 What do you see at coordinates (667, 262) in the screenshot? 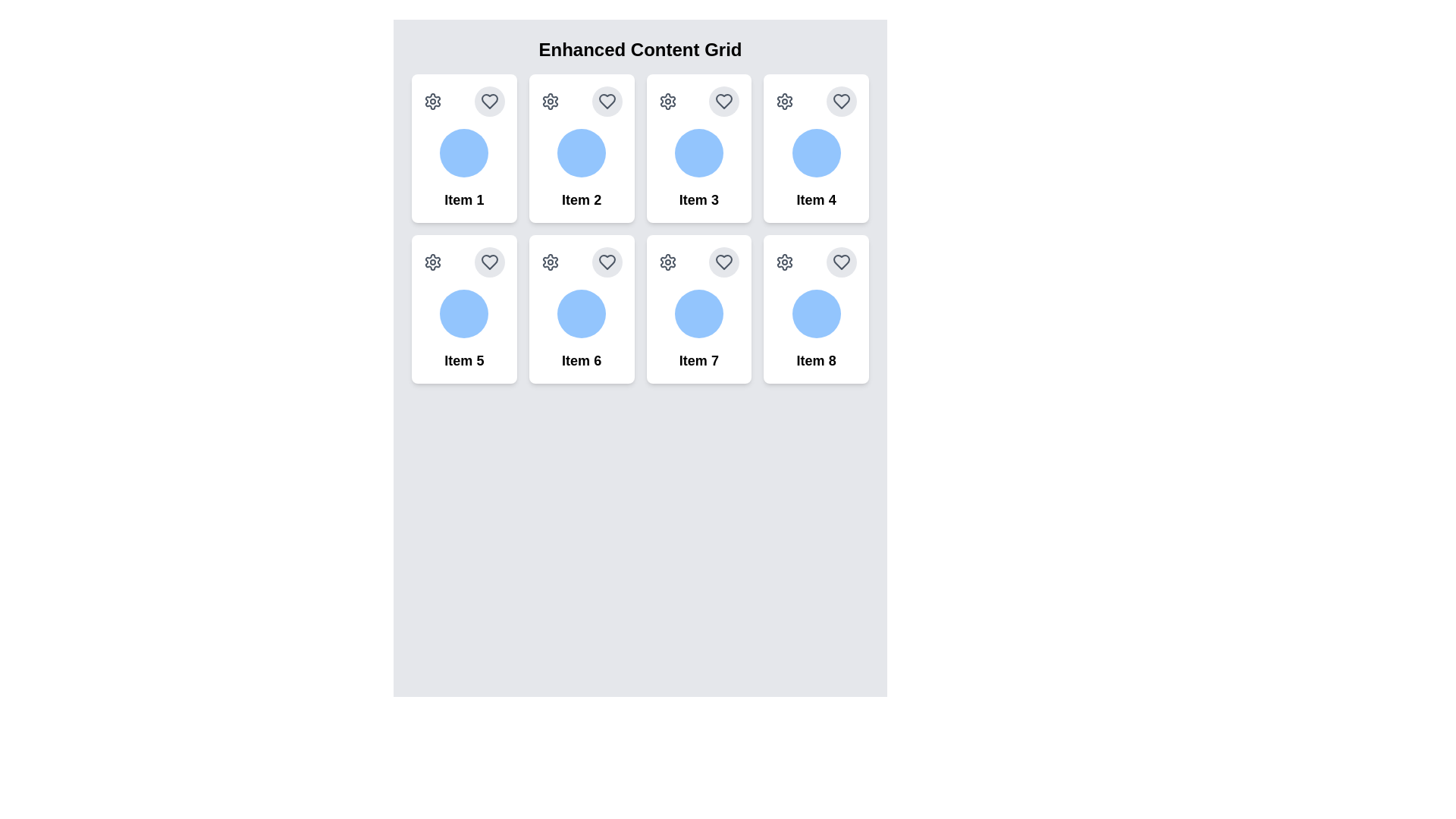
I see `the gear icon located in the top-left corner of the card` at bounding box center [667, 262].